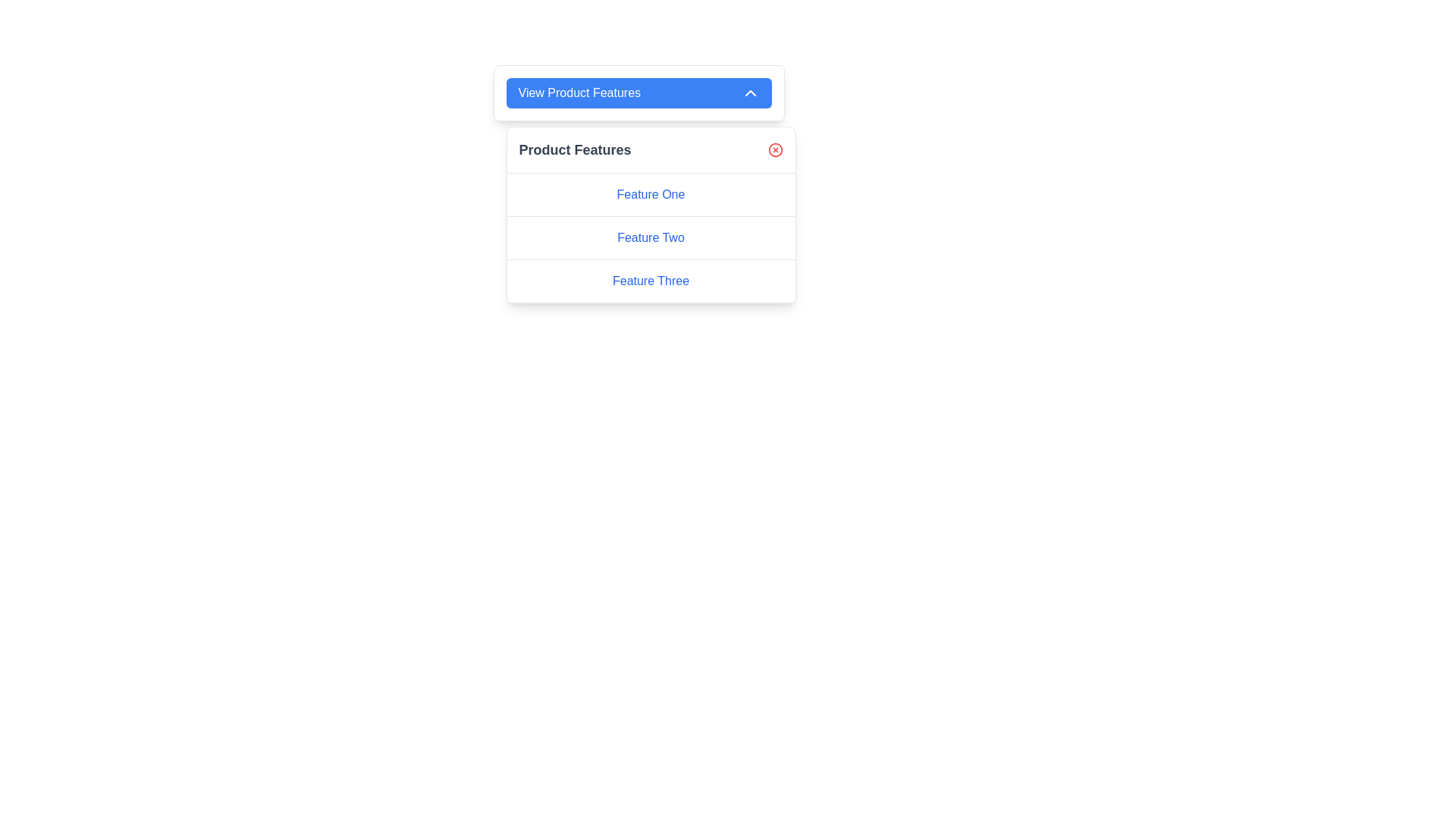  What do you see at coordinates (651, 237) in the screenshot?
I see `the text element displaying 'Feature Two' in the 'Product Features' dropdown list to focus on it` at bounding box center [651, 237].